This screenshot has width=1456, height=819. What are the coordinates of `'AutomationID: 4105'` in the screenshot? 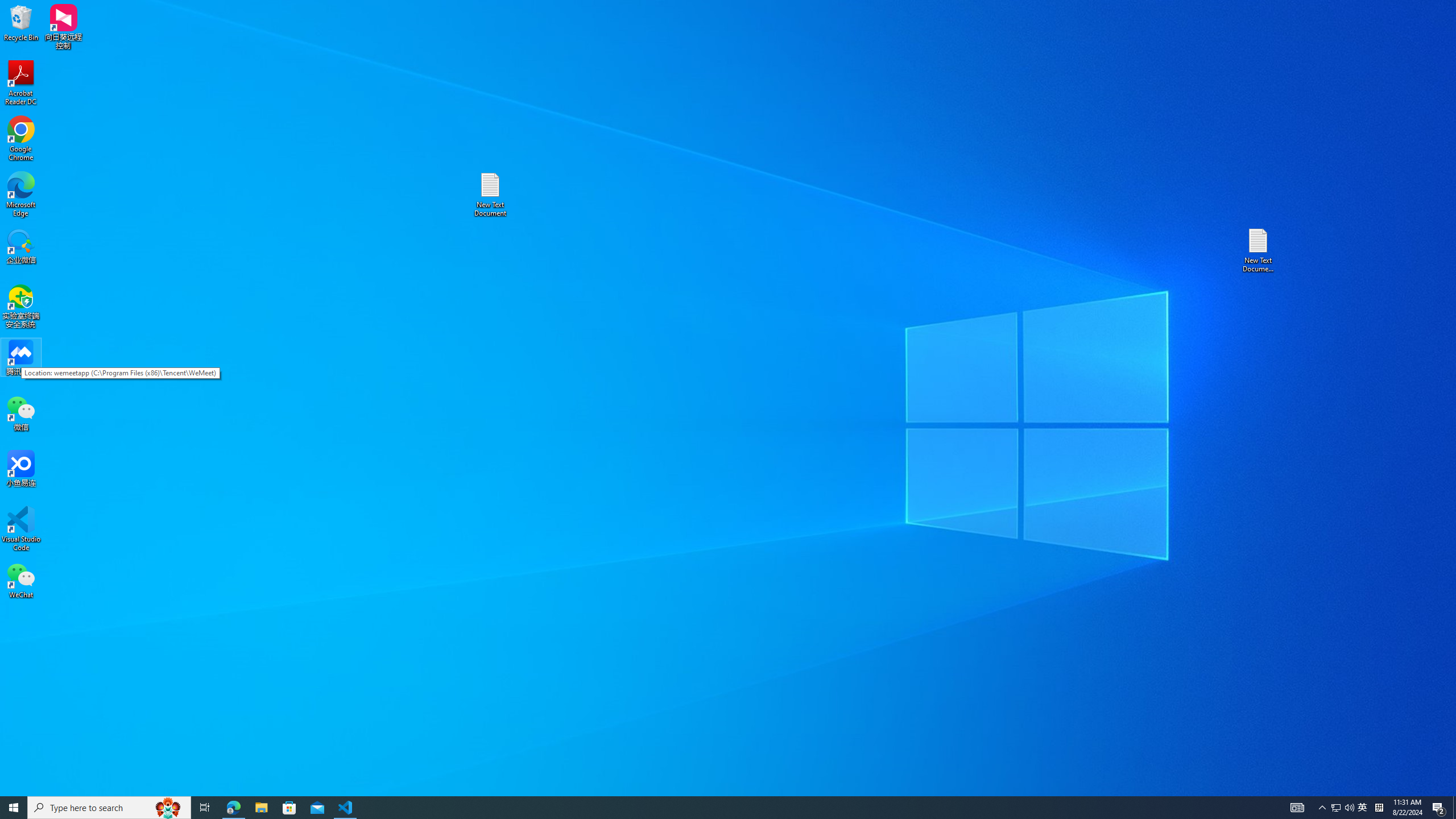 It's located at (1296, 806).